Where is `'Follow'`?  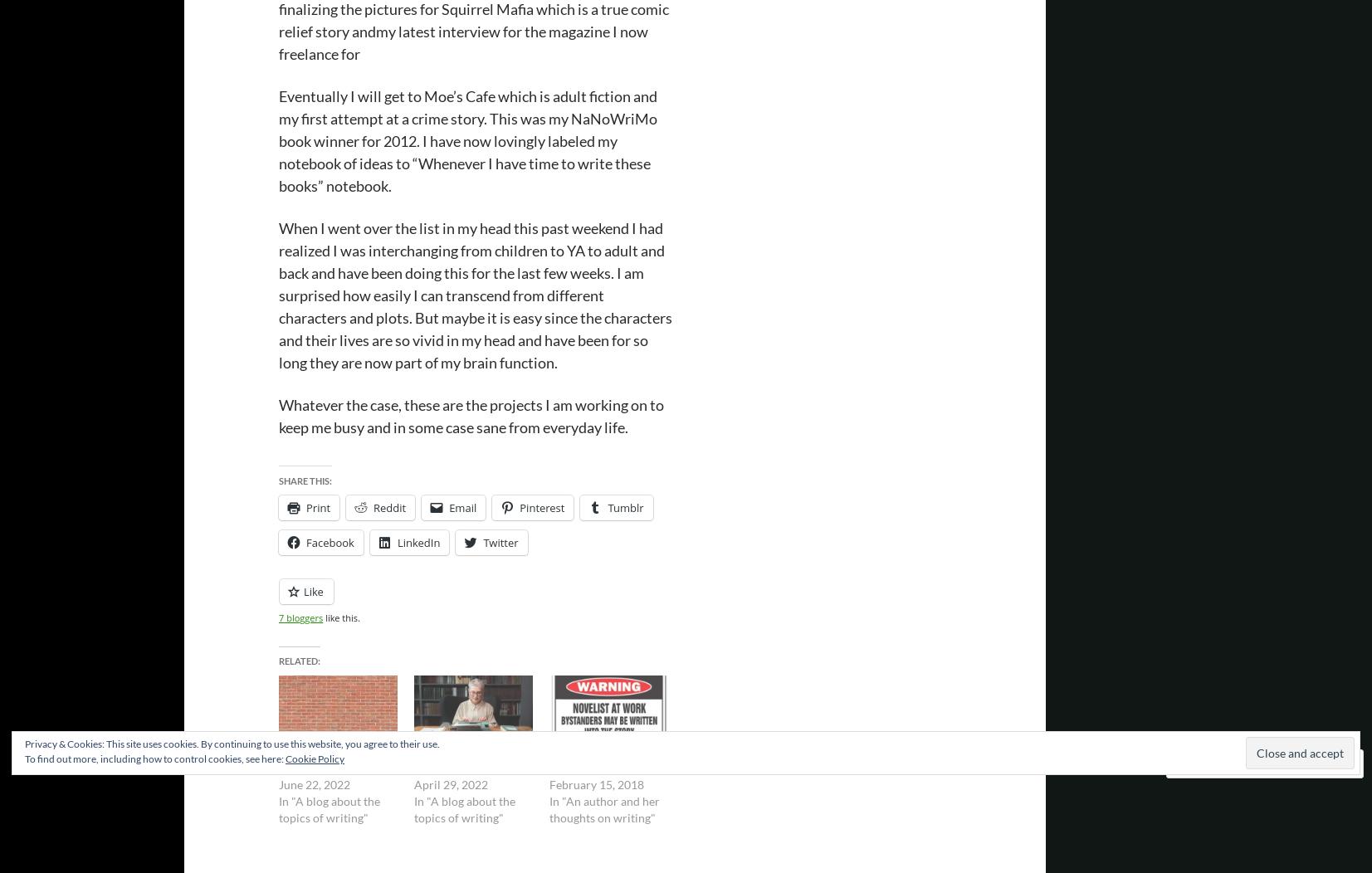 'Follow' is located at coordinates (1288, 763).